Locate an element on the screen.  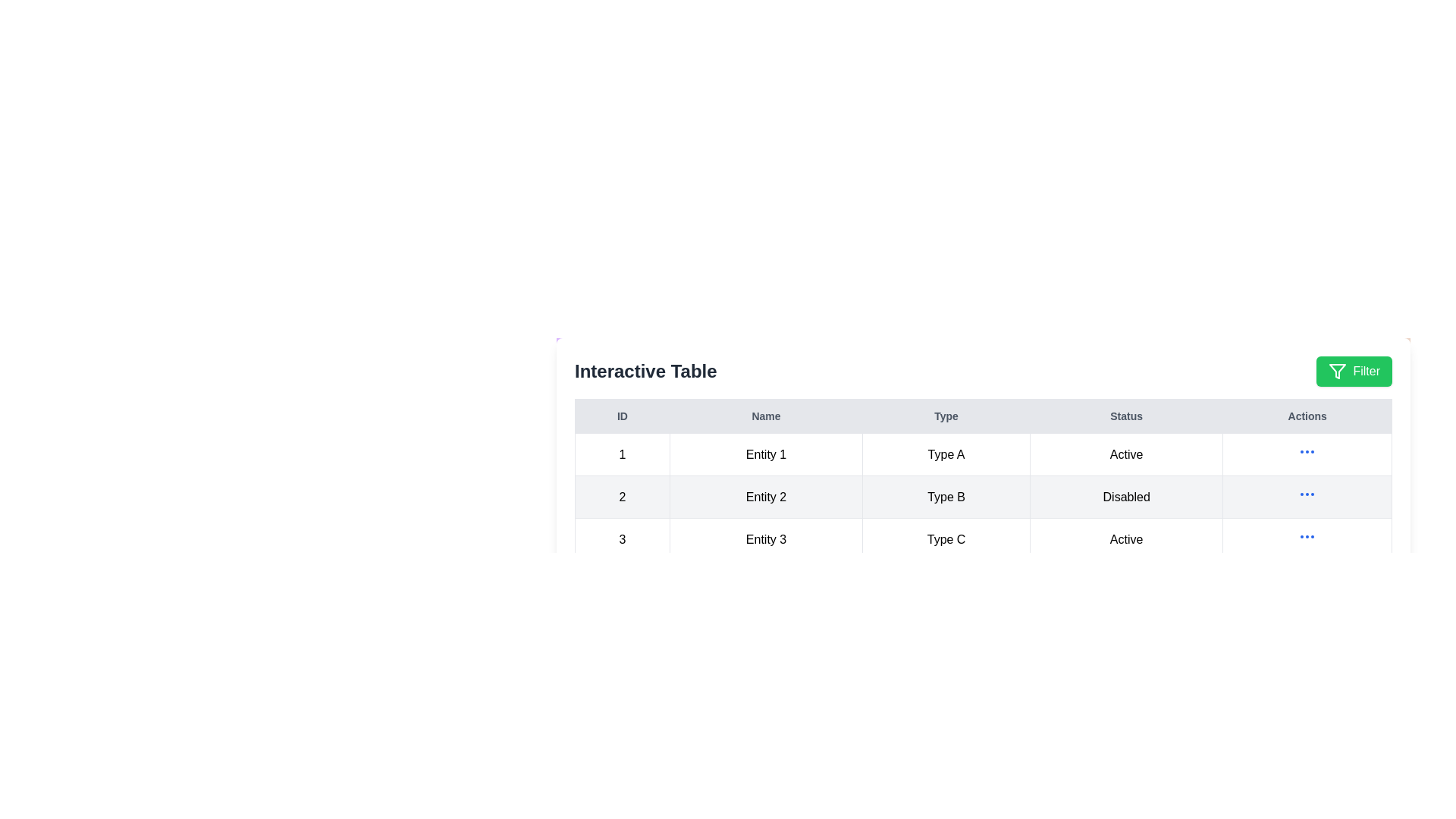
the row corresponding to 3 is located at coordinates (983, 538).